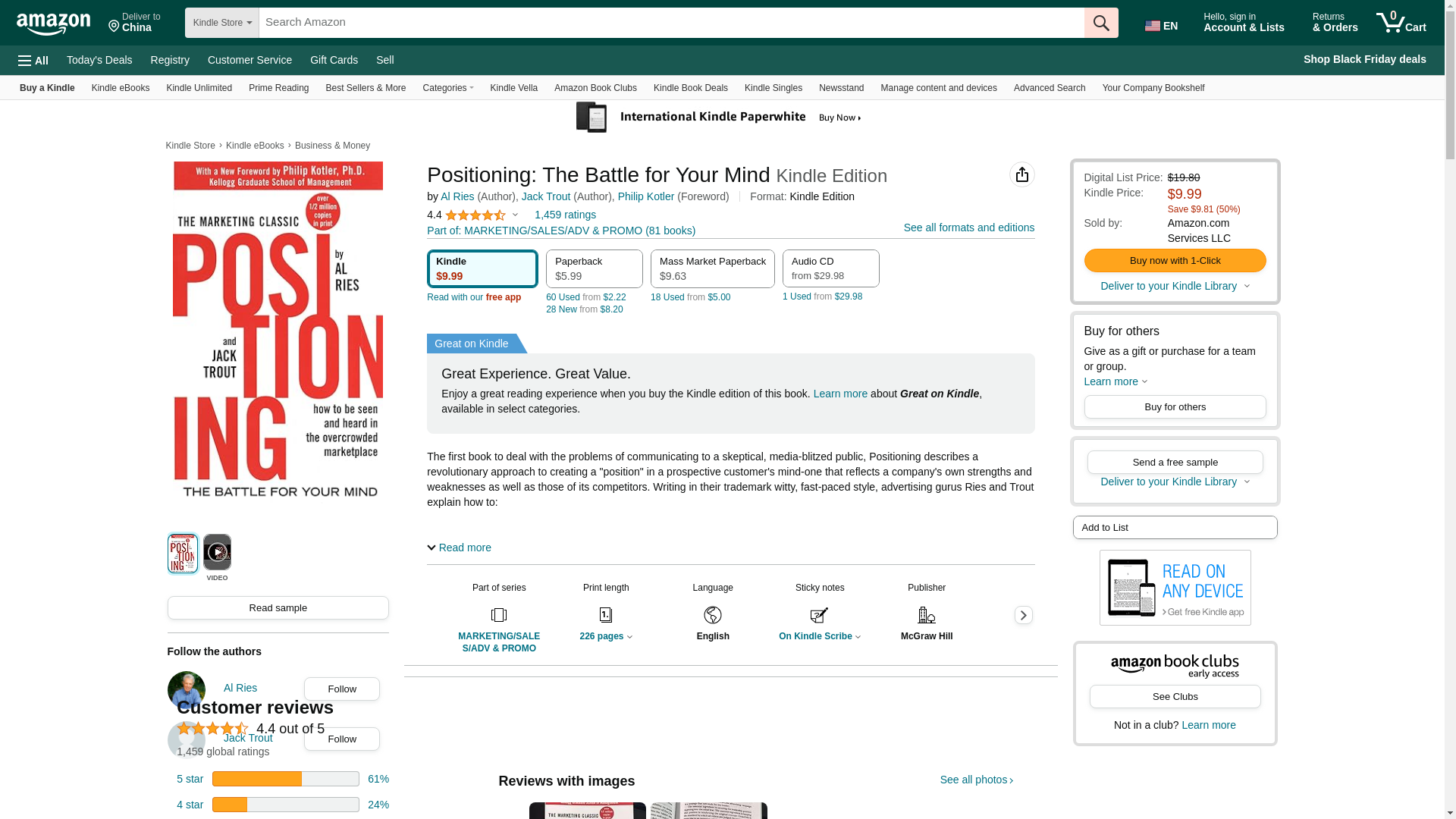  Describe the element at coordinates (120, 87) in the screenshot. I see `'Kindle eBooks'` at that location.